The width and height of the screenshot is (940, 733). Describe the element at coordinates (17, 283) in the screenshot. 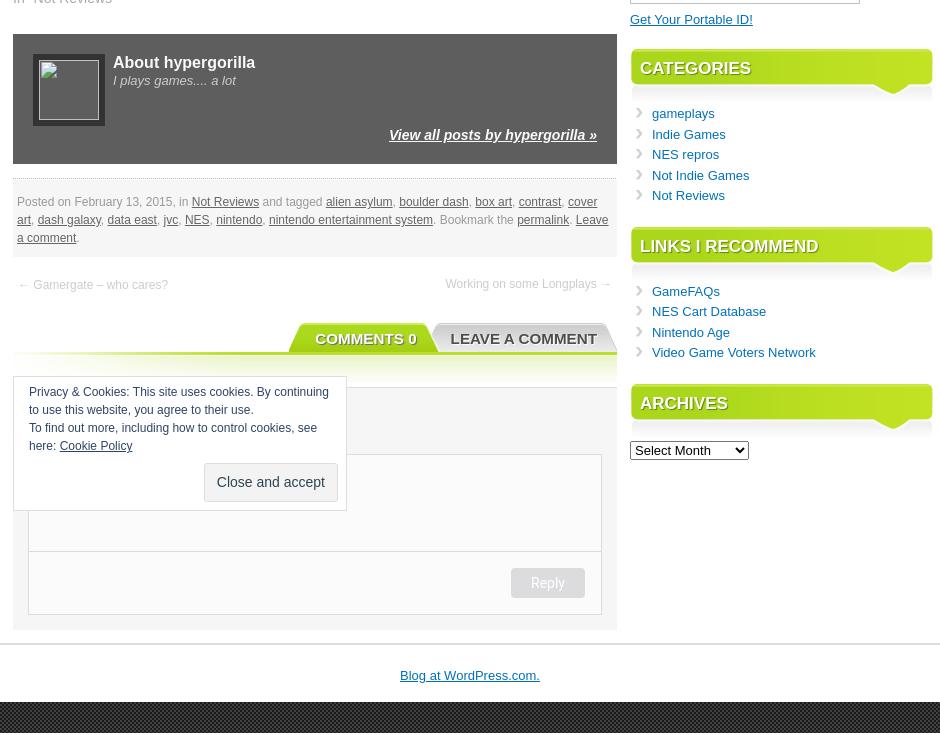

I see `'← Gamergate – who cares?'` at that location.